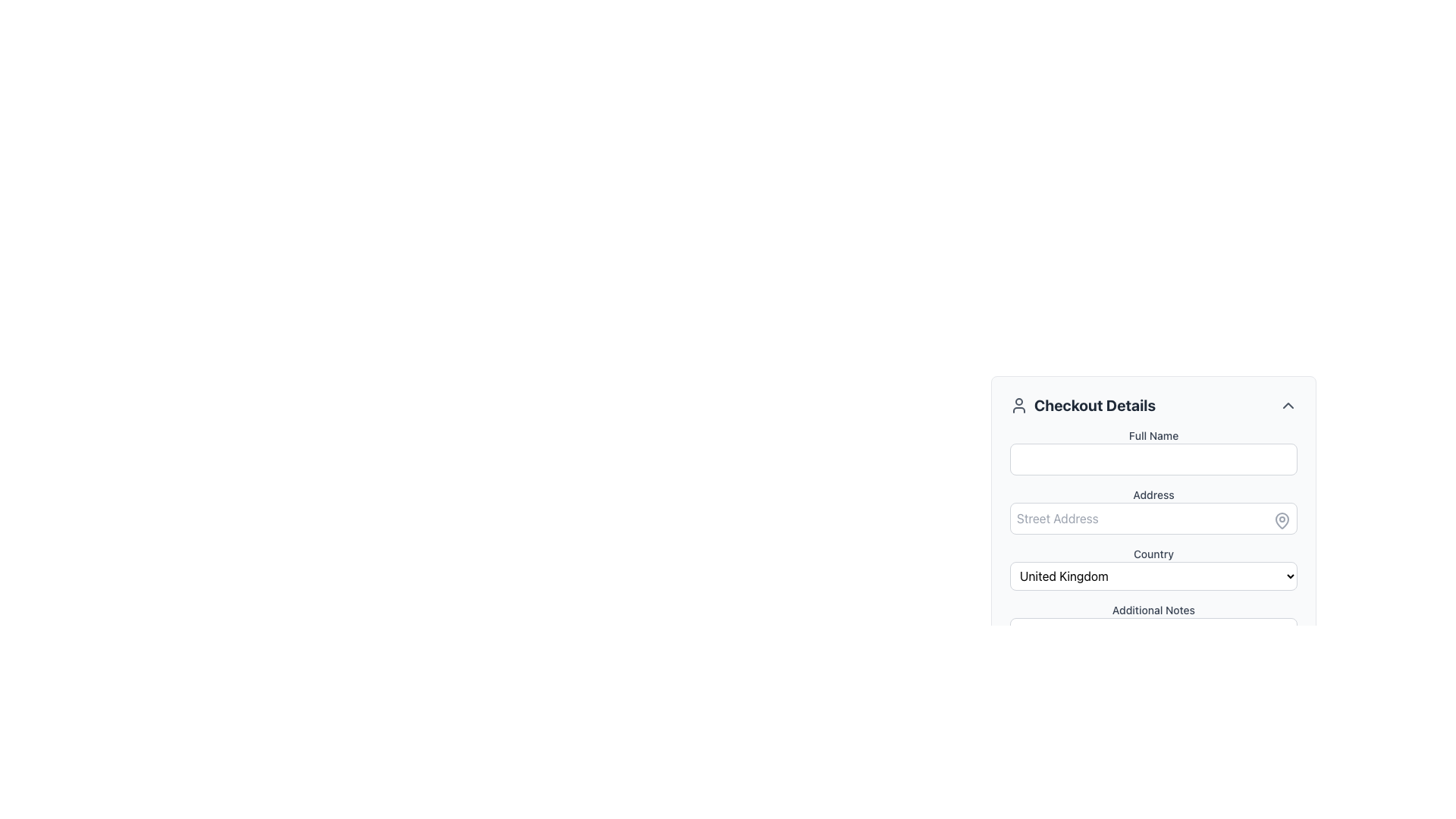 This screenshot has height=819, width=1456. What do you see at coordinates (1153, 494) in the screenshot?
I see `the 'Address' text label, which is a small, bold, gray label positioned above the 'Street Address' input field in the 'Checkout Details' section` at bounding box center [1153, 494].